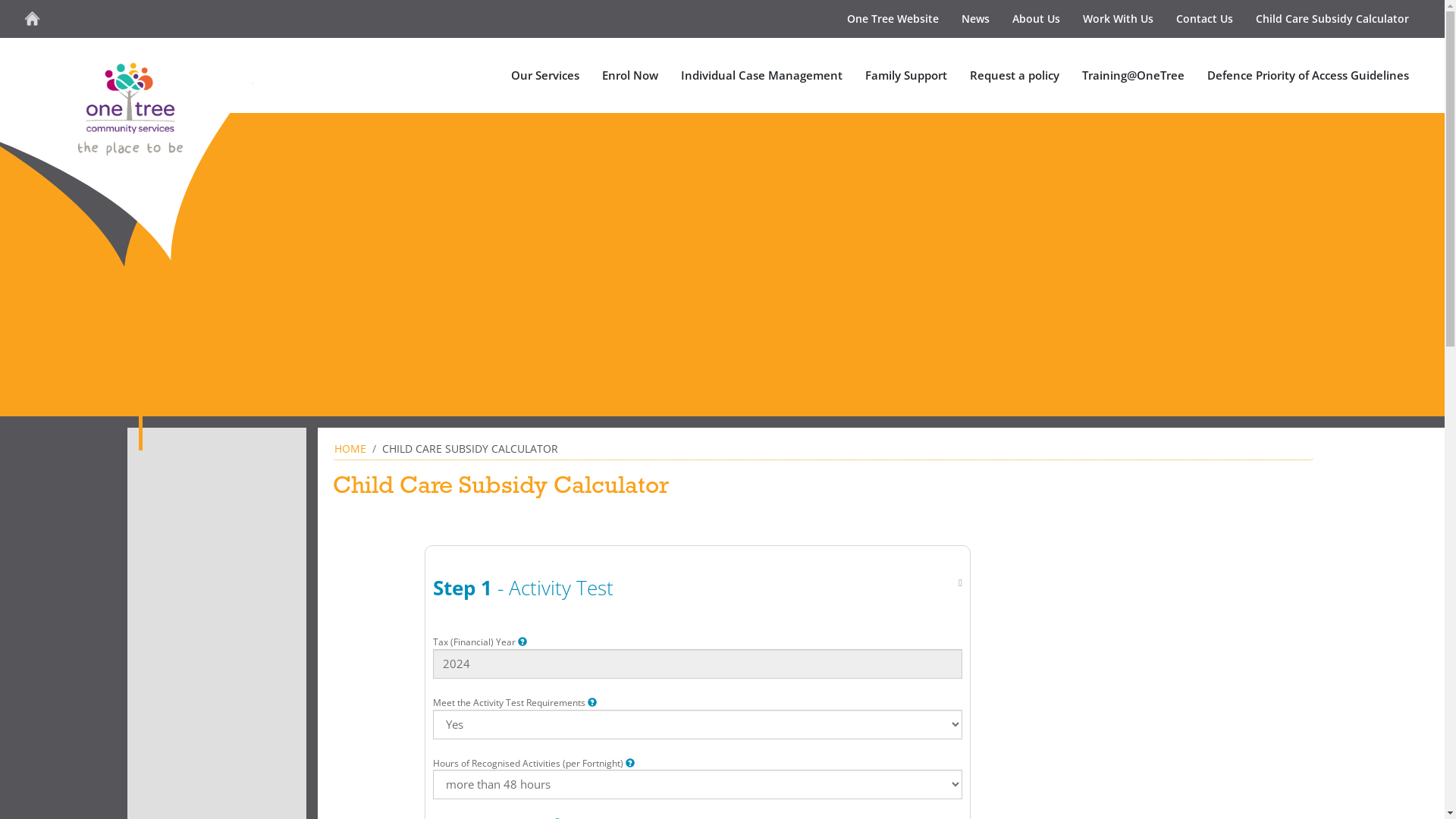 This screenshot has height=819, width=1456. I want to click on 'Individual Case Management', so click(761, 75).